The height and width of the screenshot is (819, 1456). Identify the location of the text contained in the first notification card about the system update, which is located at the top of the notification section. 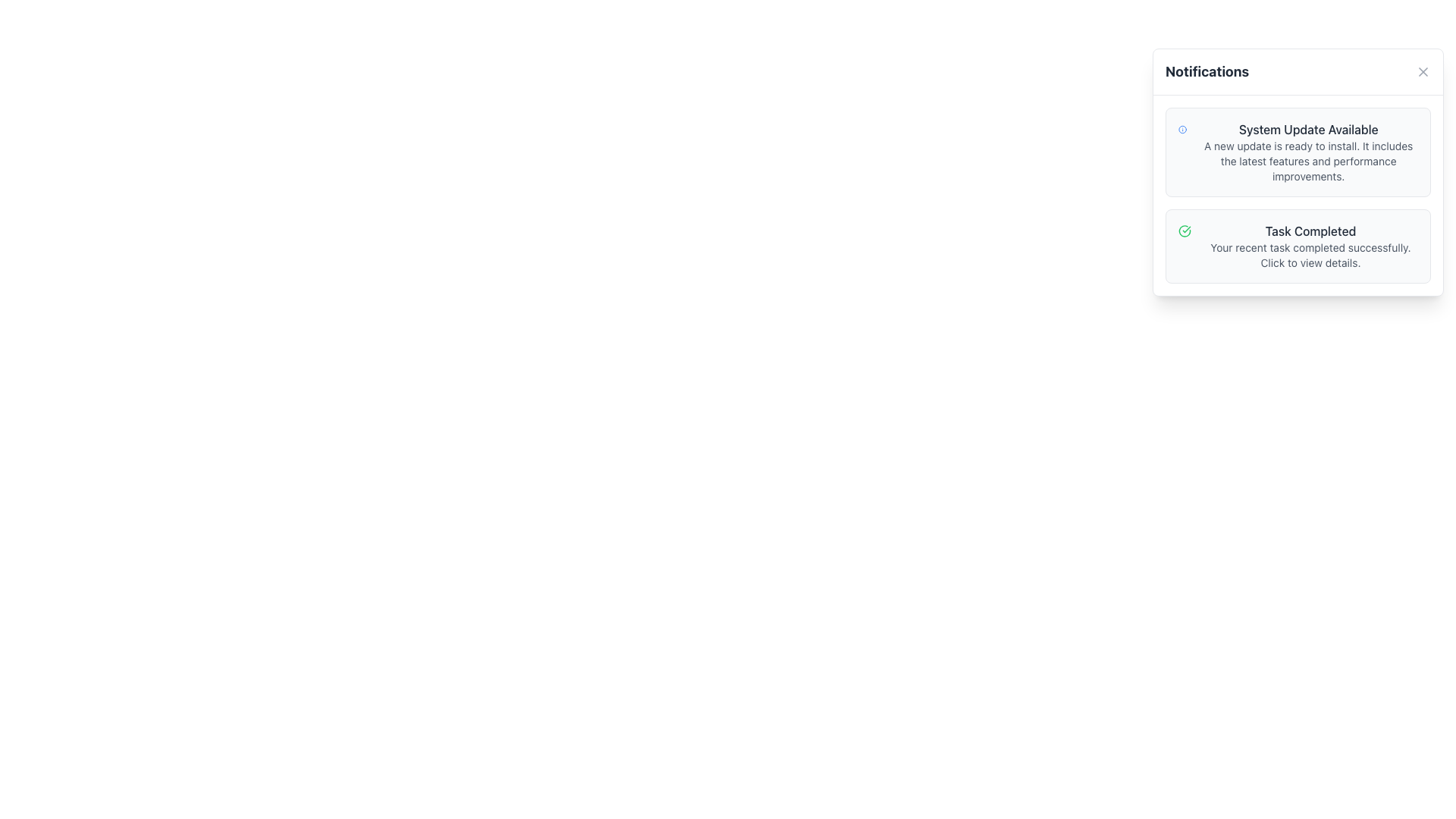
(1298, 152).